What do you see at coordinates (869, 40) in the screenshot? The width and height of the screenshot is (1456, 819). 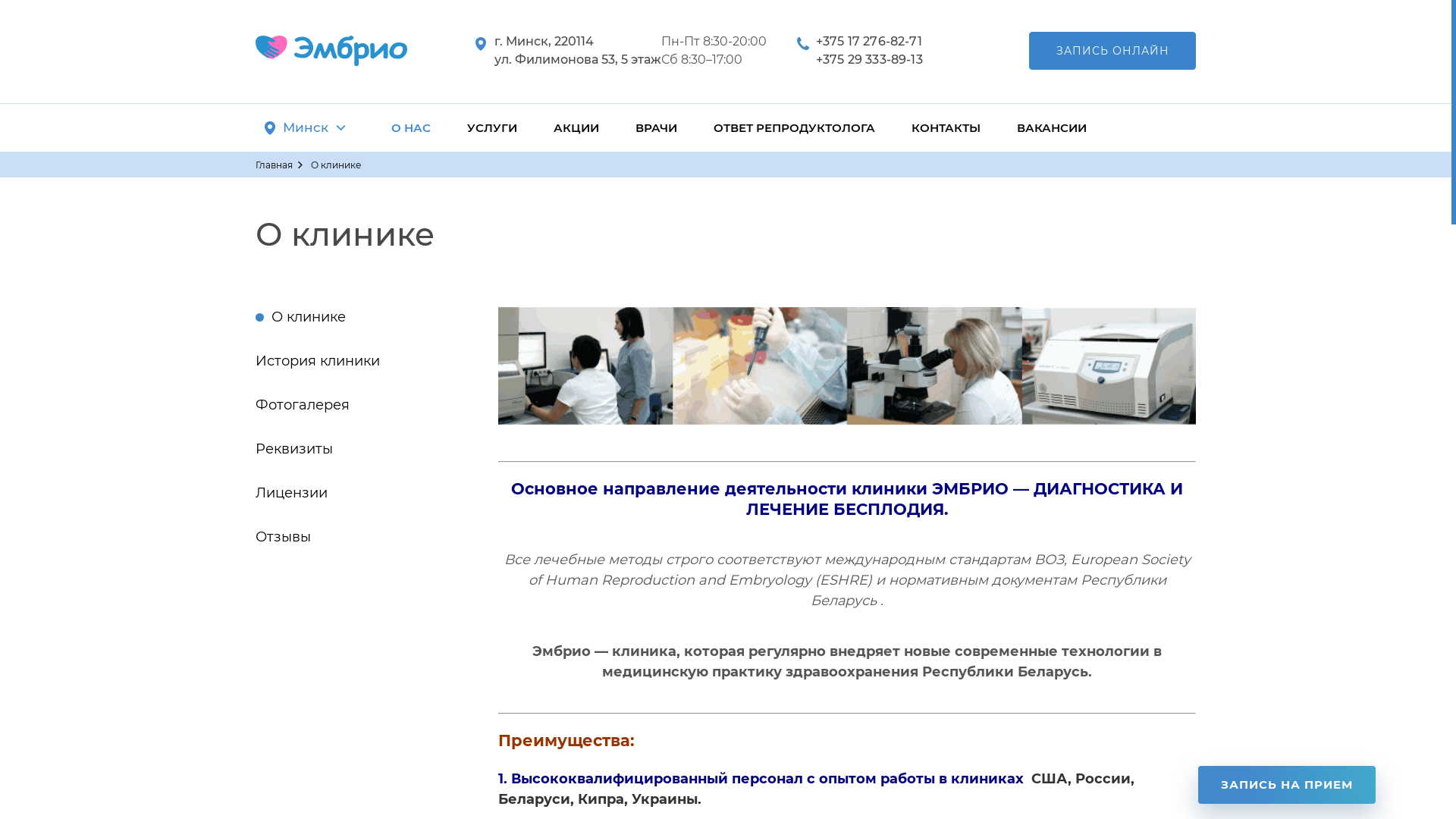 I see `'+375 17 276-82-71'` at bounding box center [869, 40].